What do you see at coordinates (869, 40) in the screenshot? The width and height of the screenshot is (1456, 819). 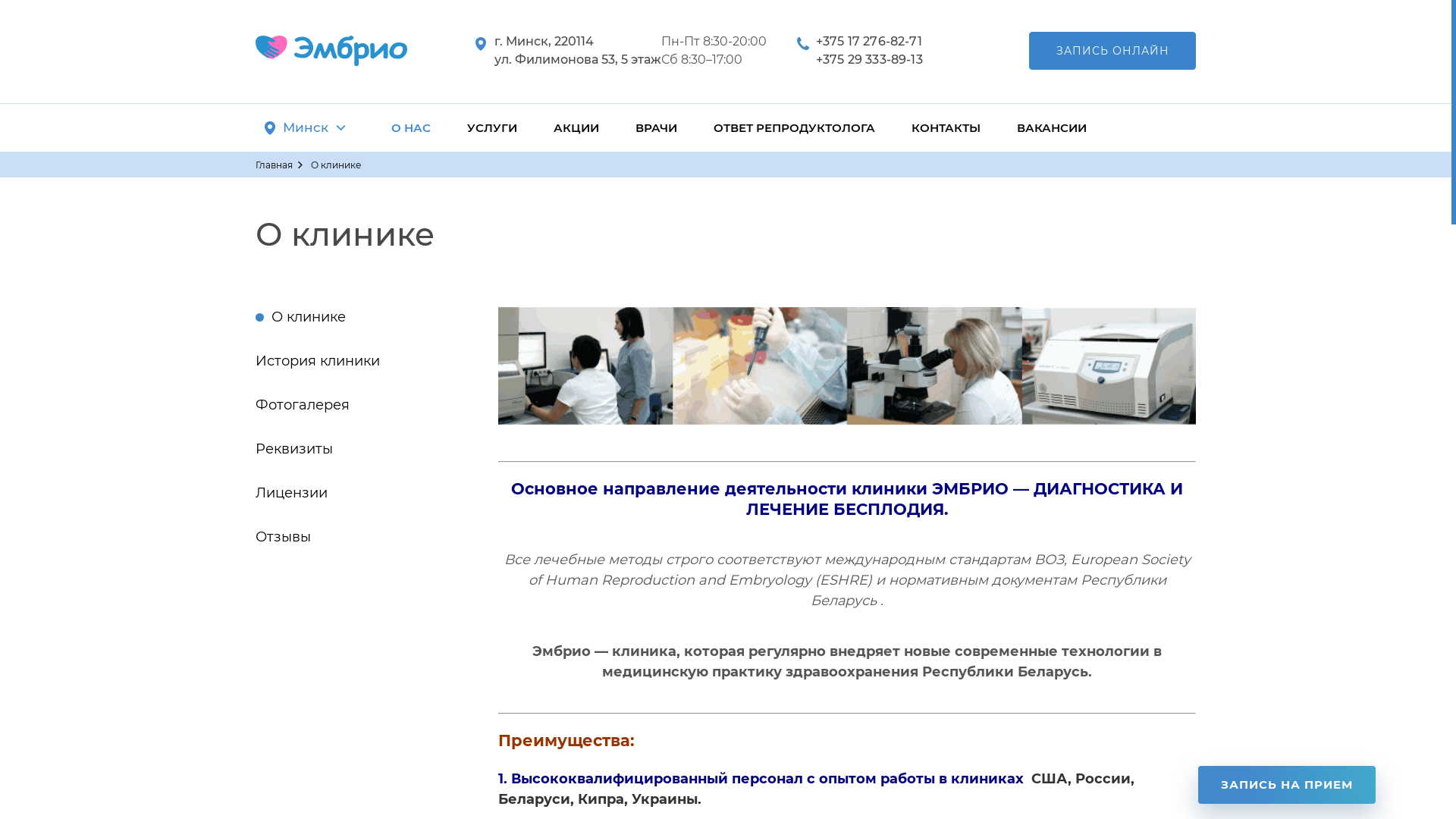 I see `'+375 17 276-82-71'` at bounding box center [869, 40].